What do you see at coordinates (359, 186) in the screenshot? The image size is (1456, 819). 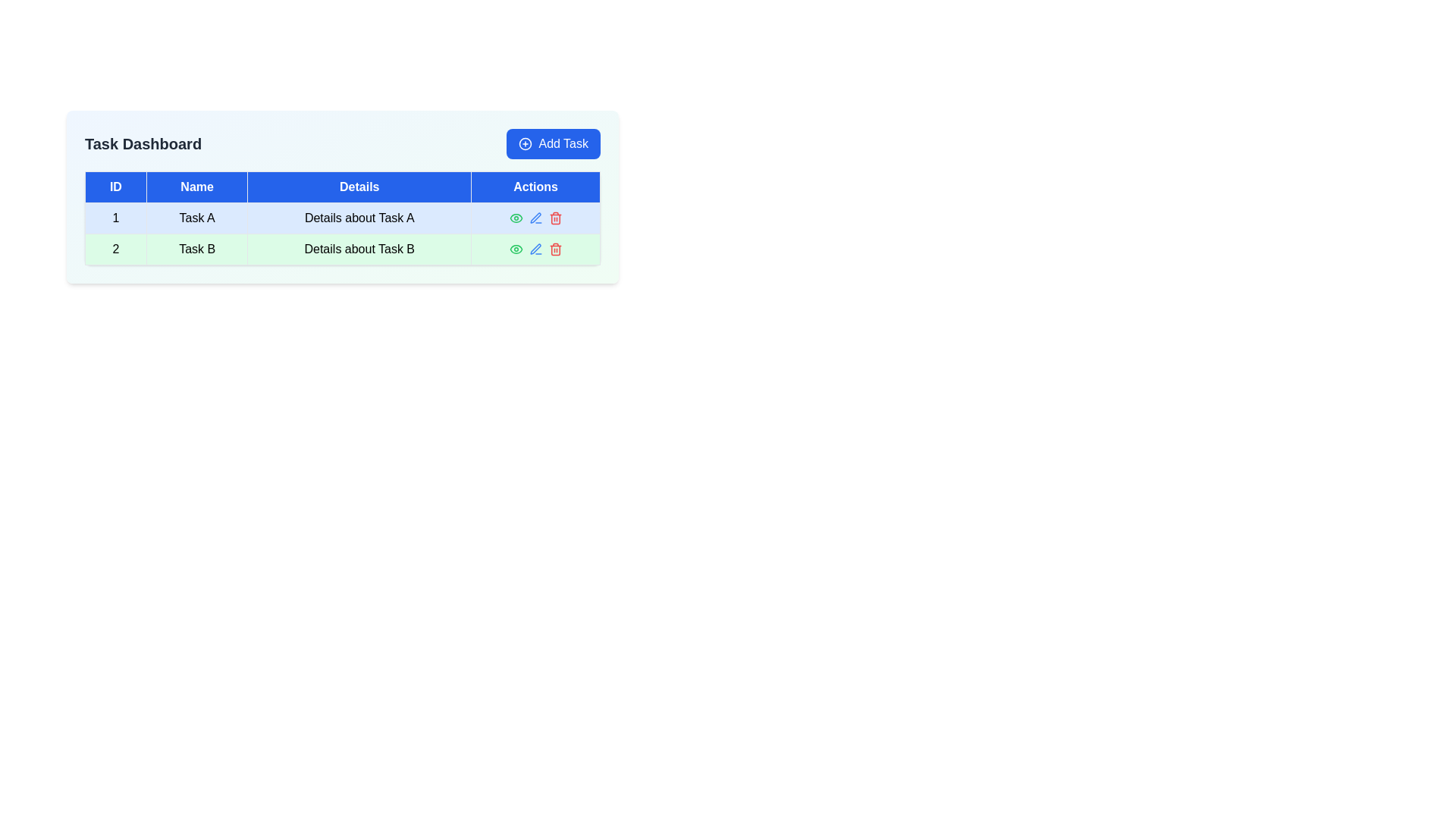 I see `the Table header cell that labels the 'Details' column, positioned between 'Name' and 'Actions'` at bounding box center [359, 186].